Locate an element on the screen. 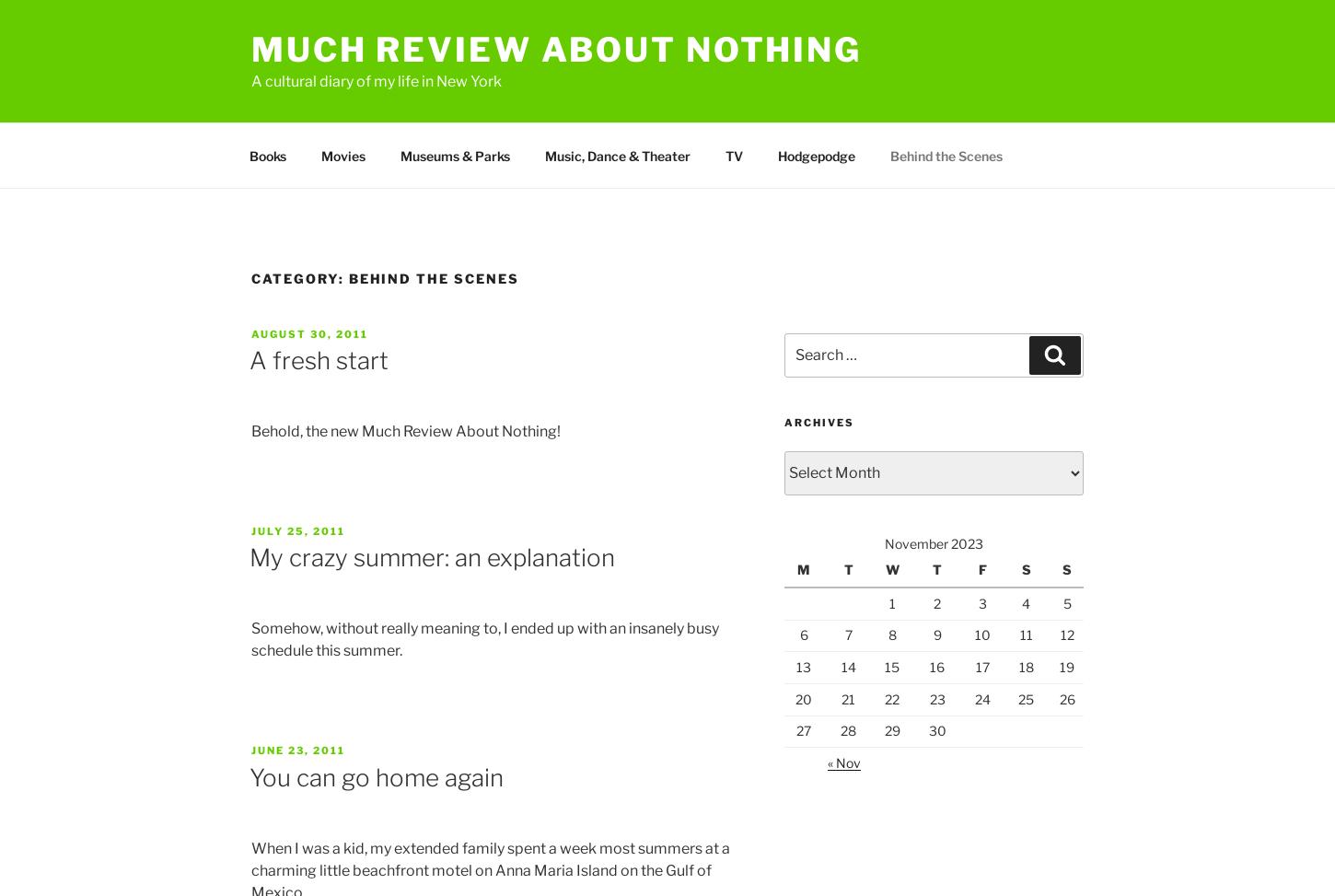  '9' is located at coordinates (936, 634).